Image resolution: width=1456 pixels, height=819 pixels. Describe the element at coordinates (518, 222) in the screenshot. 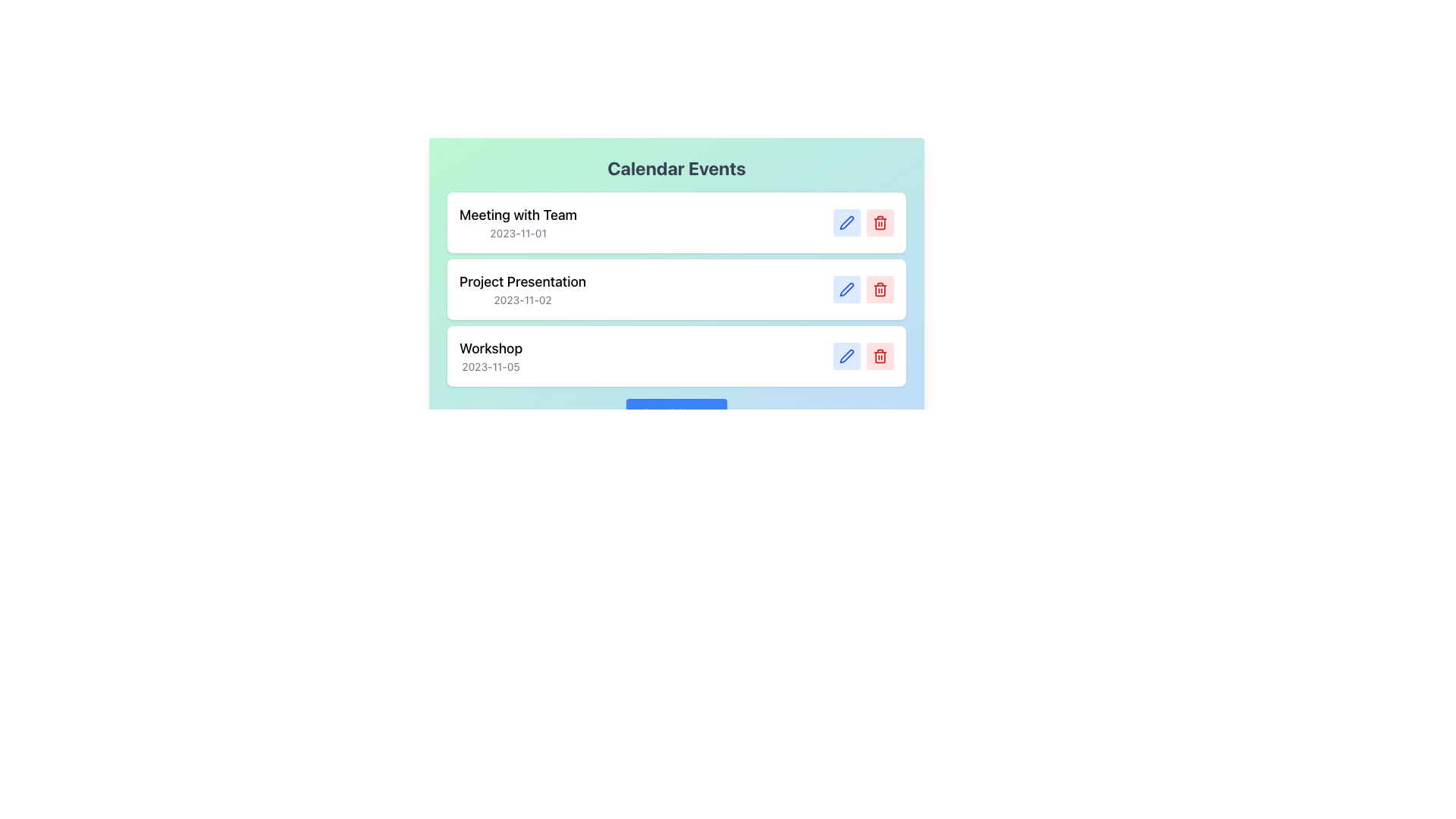

I see `the text element displaying 'Meeting with Team' and '2023-11-01', which is located in the first row of event entries, aligned to the left` at that location.